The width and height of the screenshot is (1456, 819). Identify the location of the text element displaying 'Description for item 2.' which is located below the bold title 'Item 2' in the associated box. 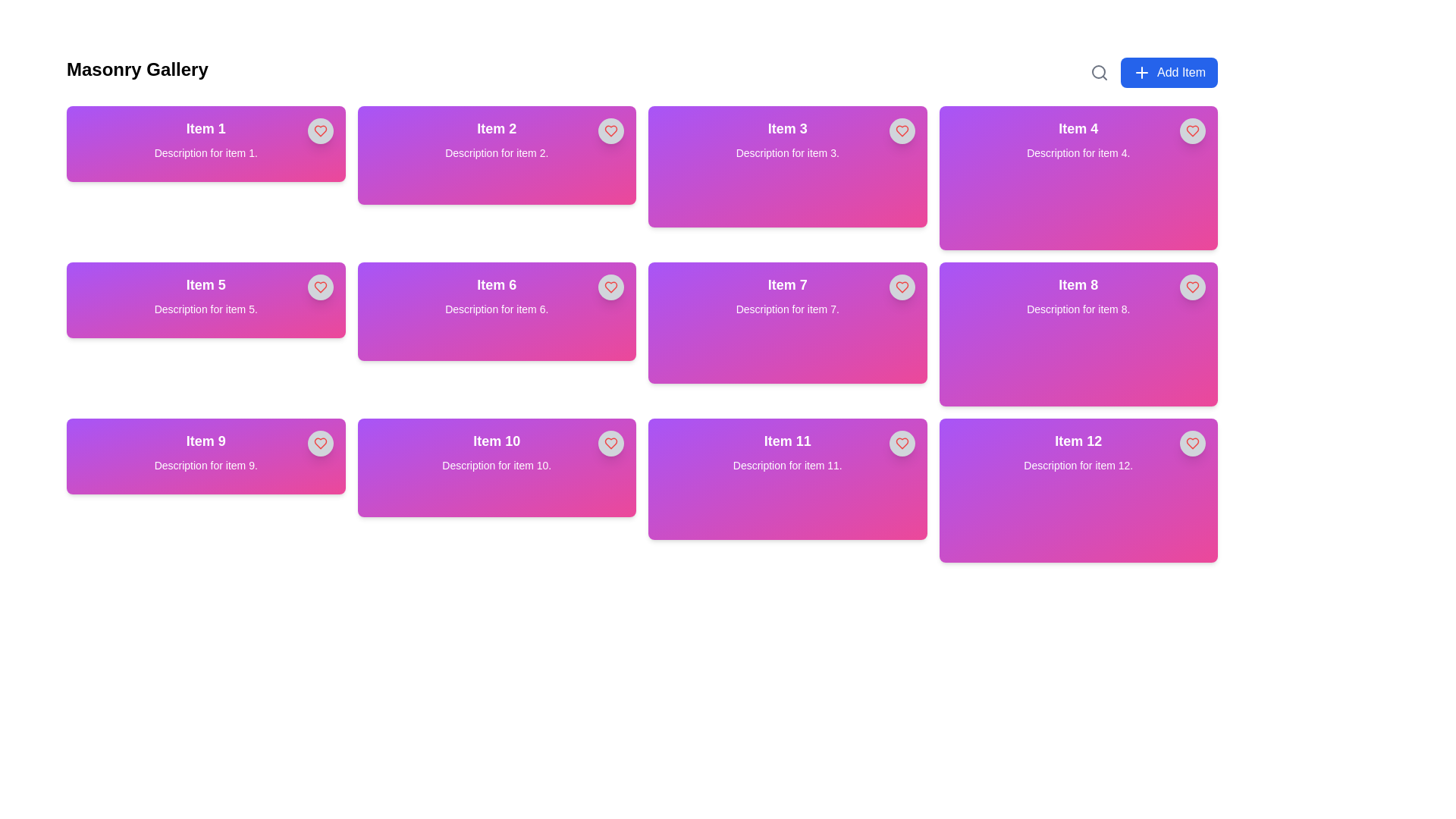
(497, 152).